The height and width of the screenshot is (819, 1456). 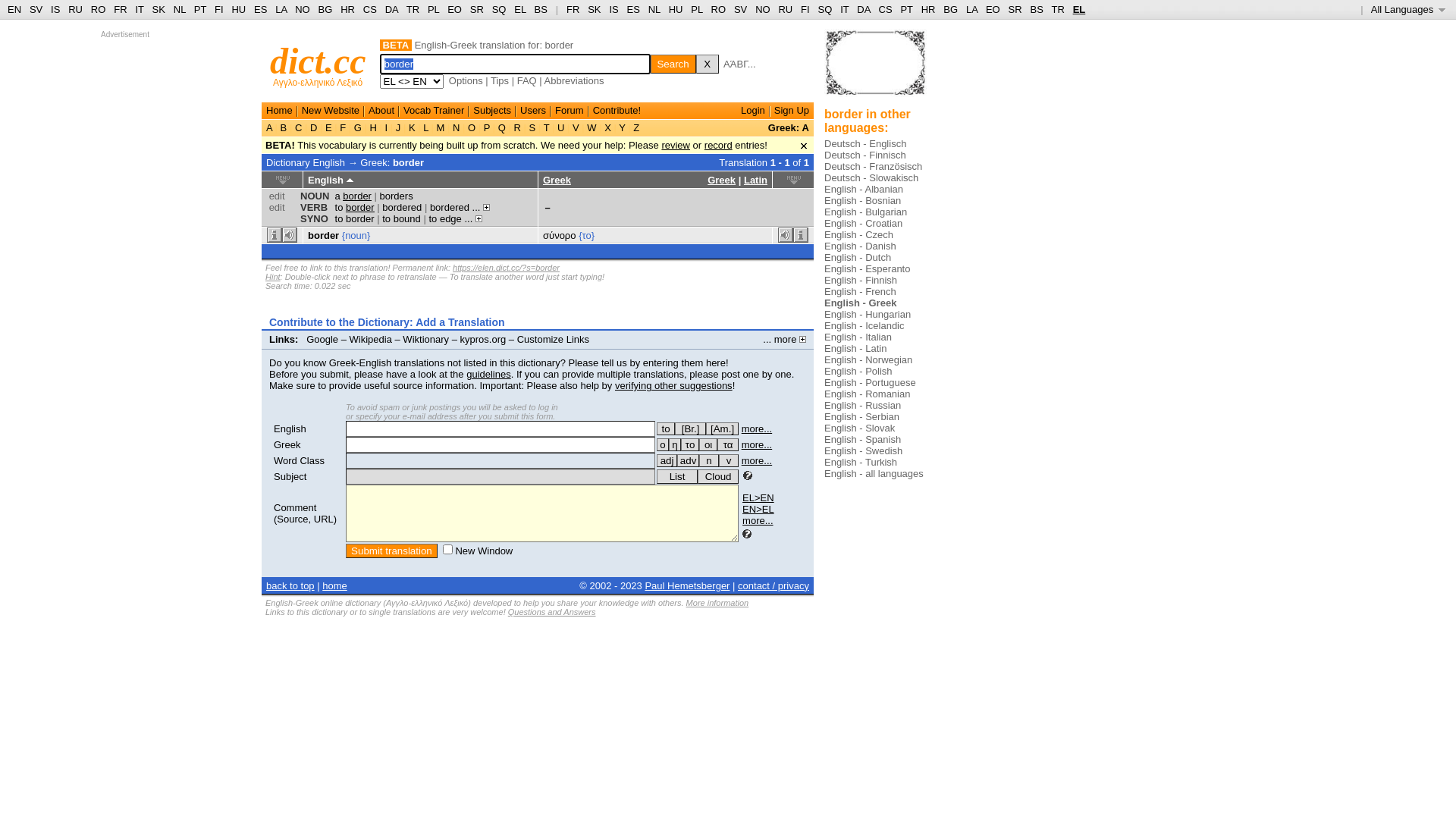 I want to click on 'T', so click(x=541, y=127).